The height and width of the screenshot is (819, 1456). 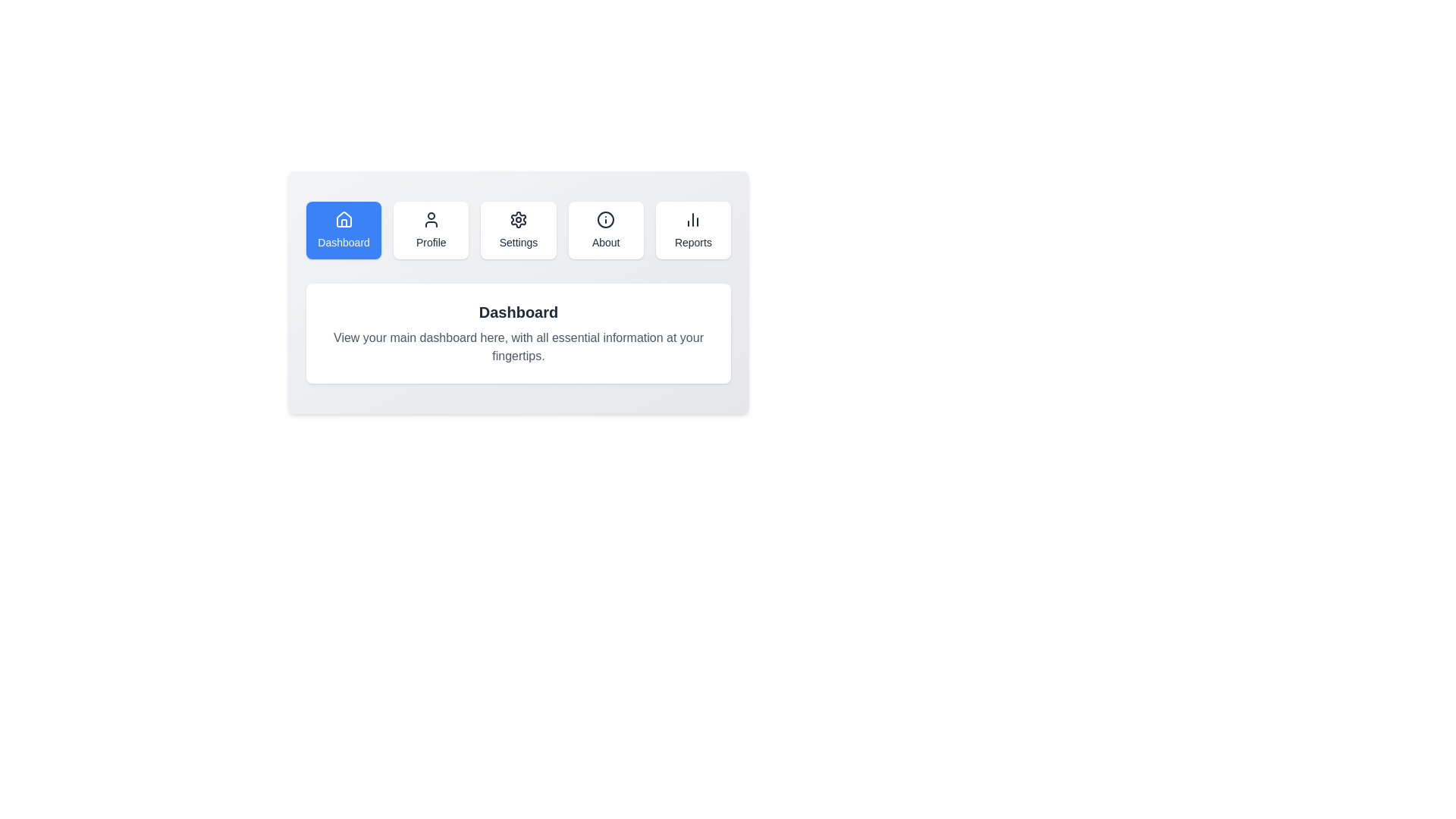 What do you see at coordinates (430, 219) in the screenshot?
I see `the icon of the Profile tab to examine its visual details` at bounding box center [430, 219].